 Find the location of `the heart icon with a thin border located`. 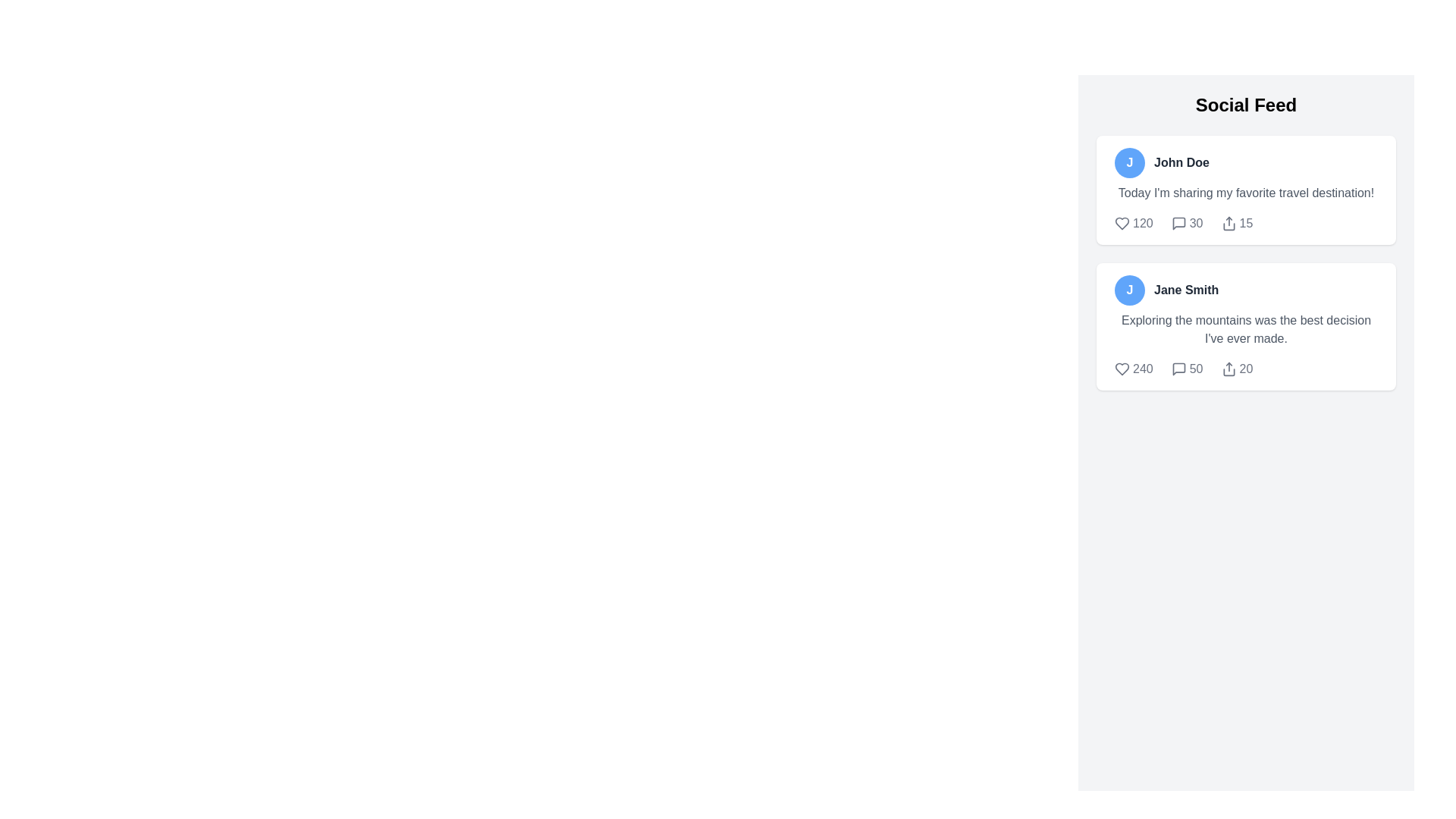

the heart icon with a thin border located is located at coordinates (1122, 369).